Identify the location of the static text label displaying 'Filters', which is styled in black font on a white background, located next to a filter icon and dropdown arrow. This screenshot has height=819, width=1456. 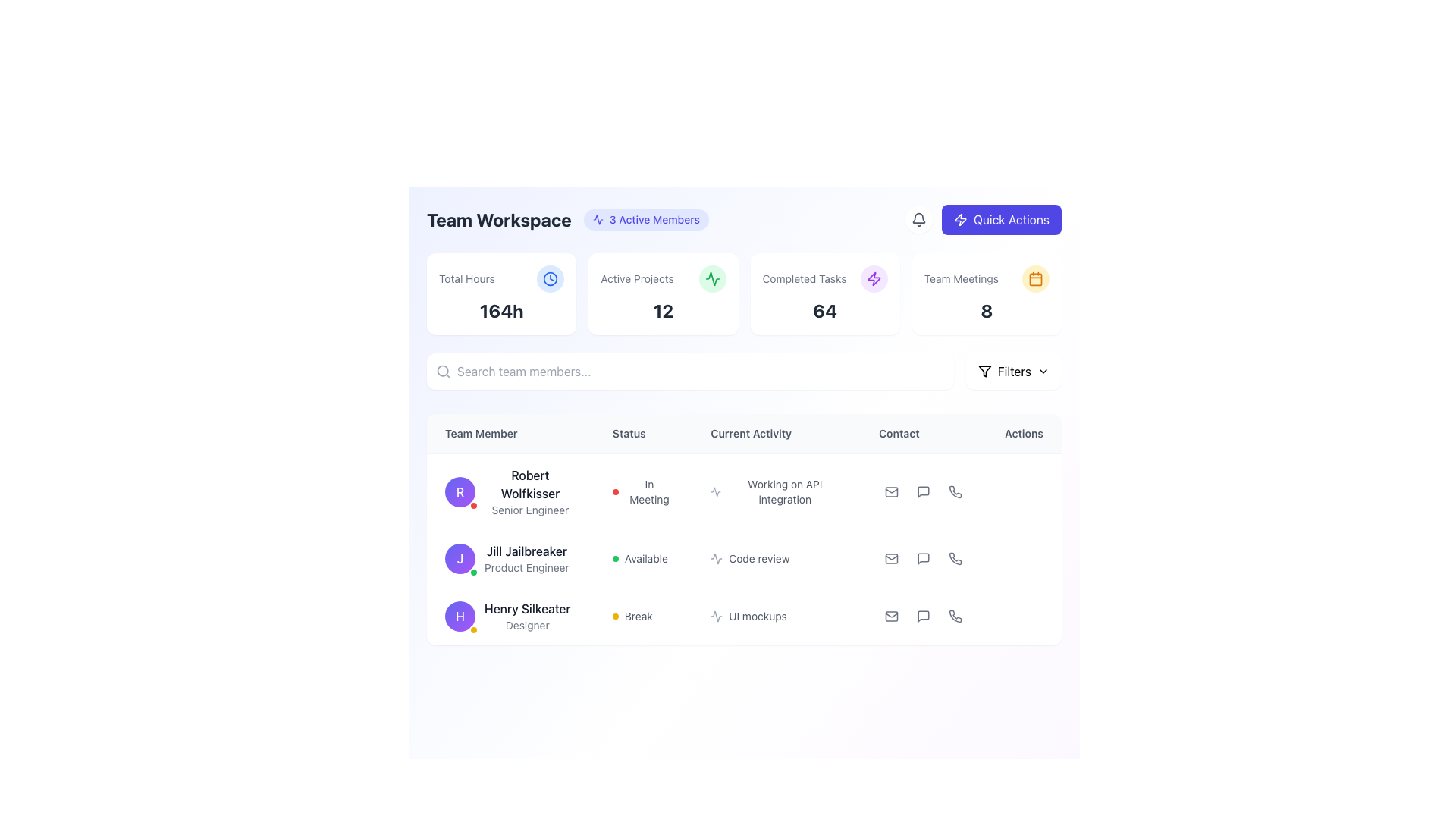
(1014, 371).